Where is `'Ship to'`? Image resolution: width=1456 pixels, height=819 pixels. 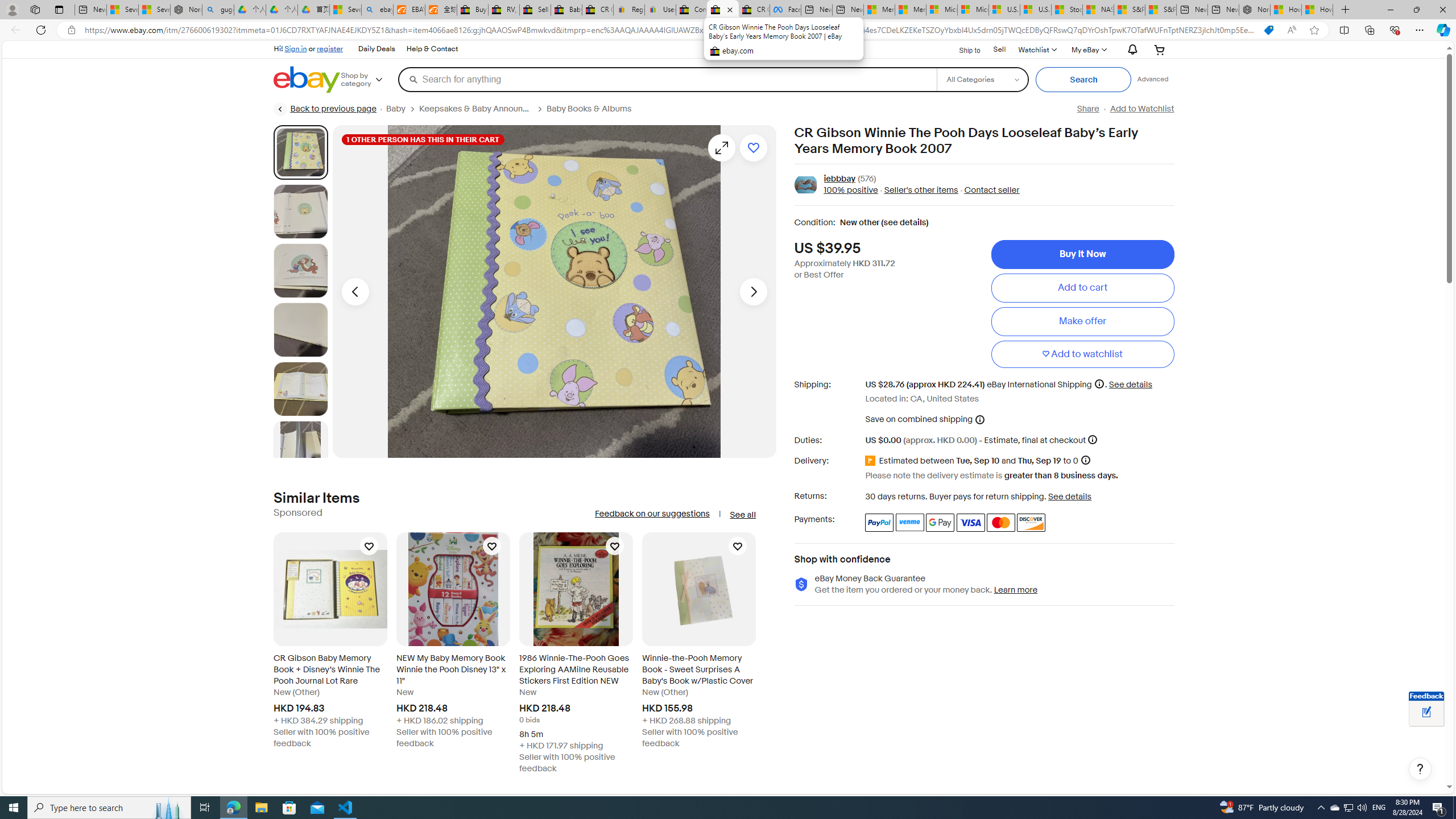 'Ship to' is located at coordinates (962, 48).